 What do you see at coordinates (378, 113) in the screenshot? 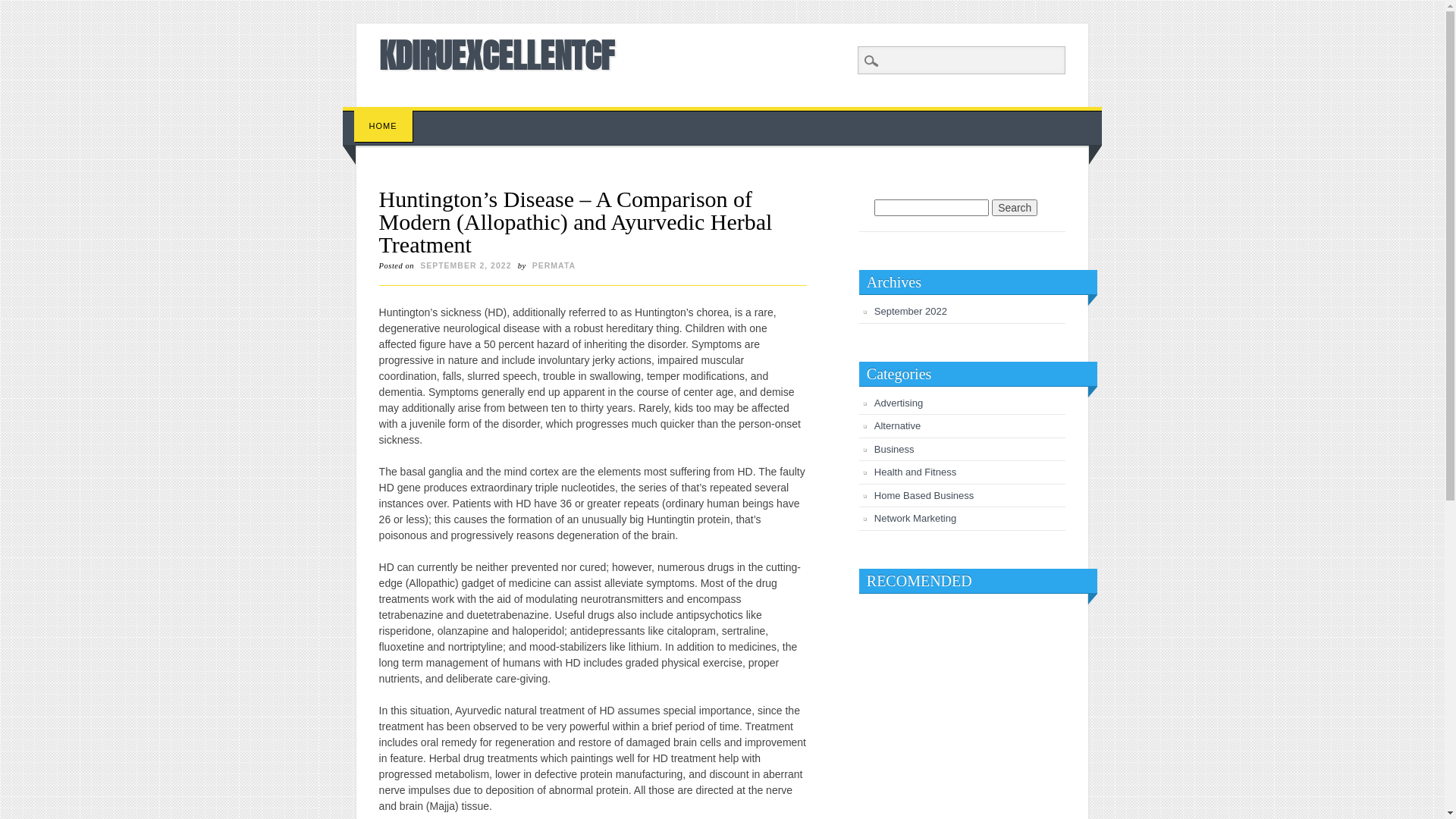
I see `'Skip to content'` at bounding box center [378, 113].